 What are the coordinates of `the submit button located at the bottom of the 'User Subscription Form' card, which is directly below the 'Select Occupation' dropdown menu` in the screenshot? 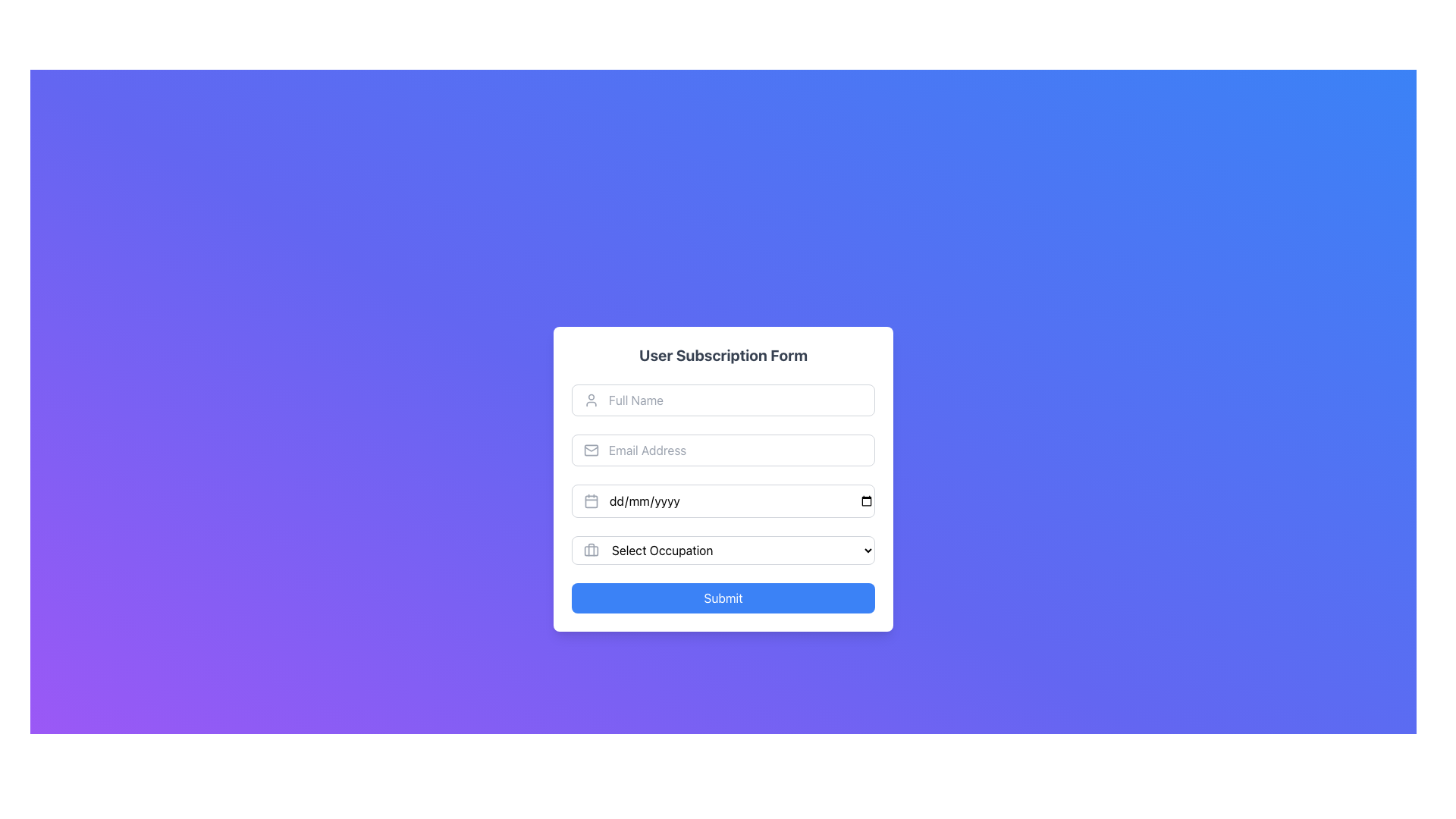 It's located at (723, 598).